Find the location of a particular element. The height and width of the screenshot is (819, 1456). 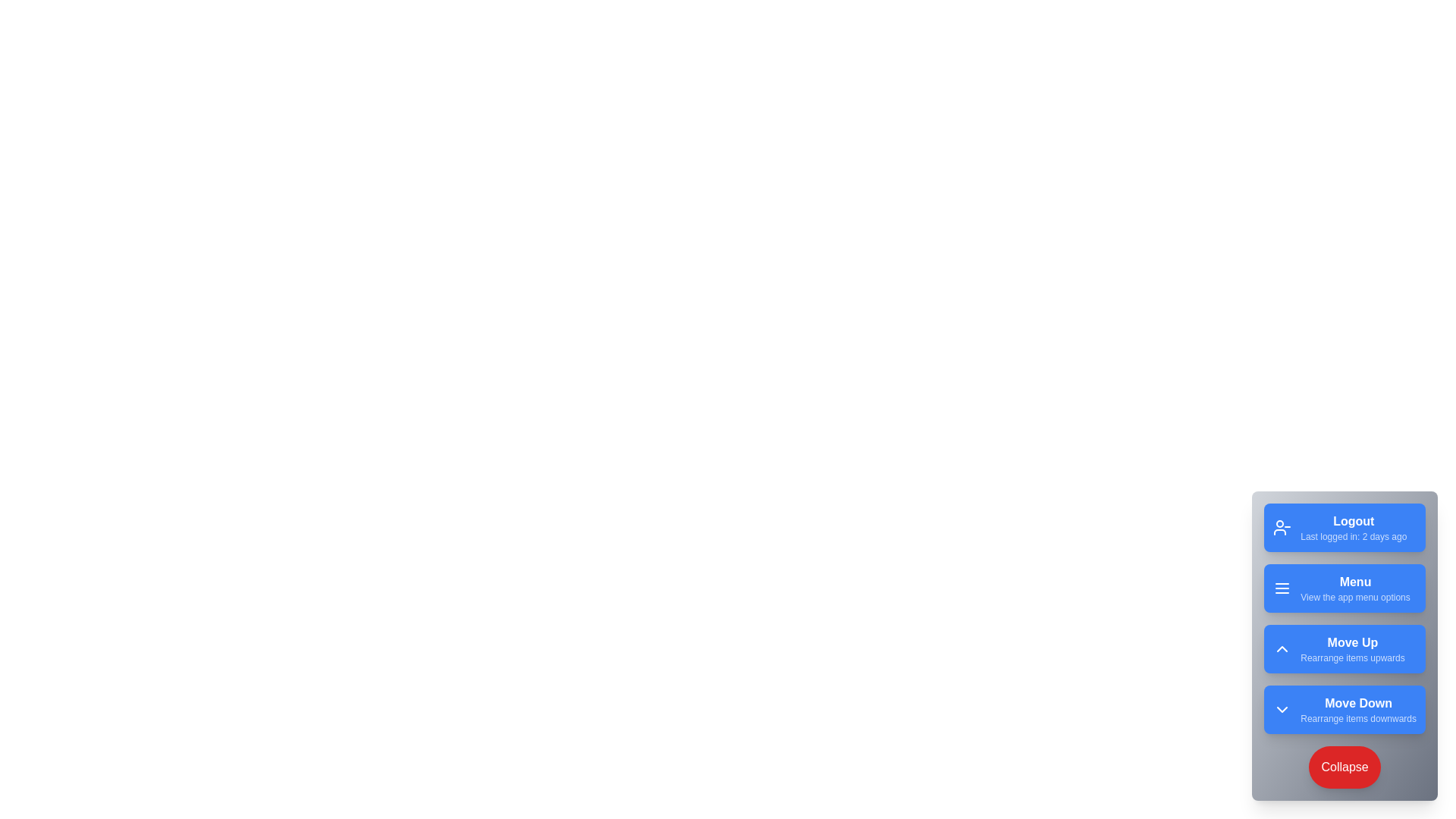

the 'Move Up' button, which is styled with bold text and has a blue background is located at coordinates (1352, 648).